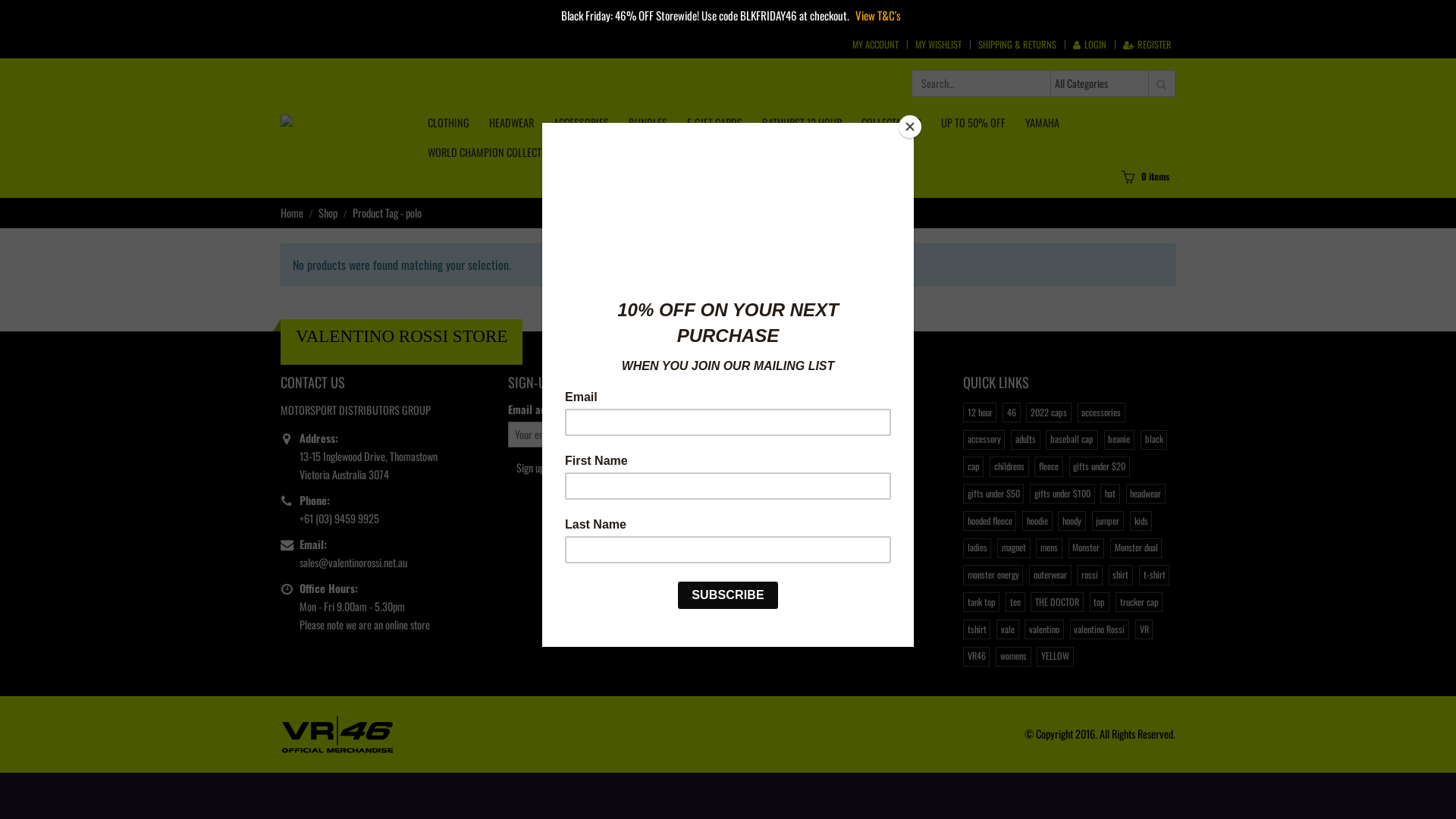 The image size is (1456, 819). What do you see at coordinates (984, 439) in the screenshot?
I see `'accessory'` at bounding box center [984, 439].